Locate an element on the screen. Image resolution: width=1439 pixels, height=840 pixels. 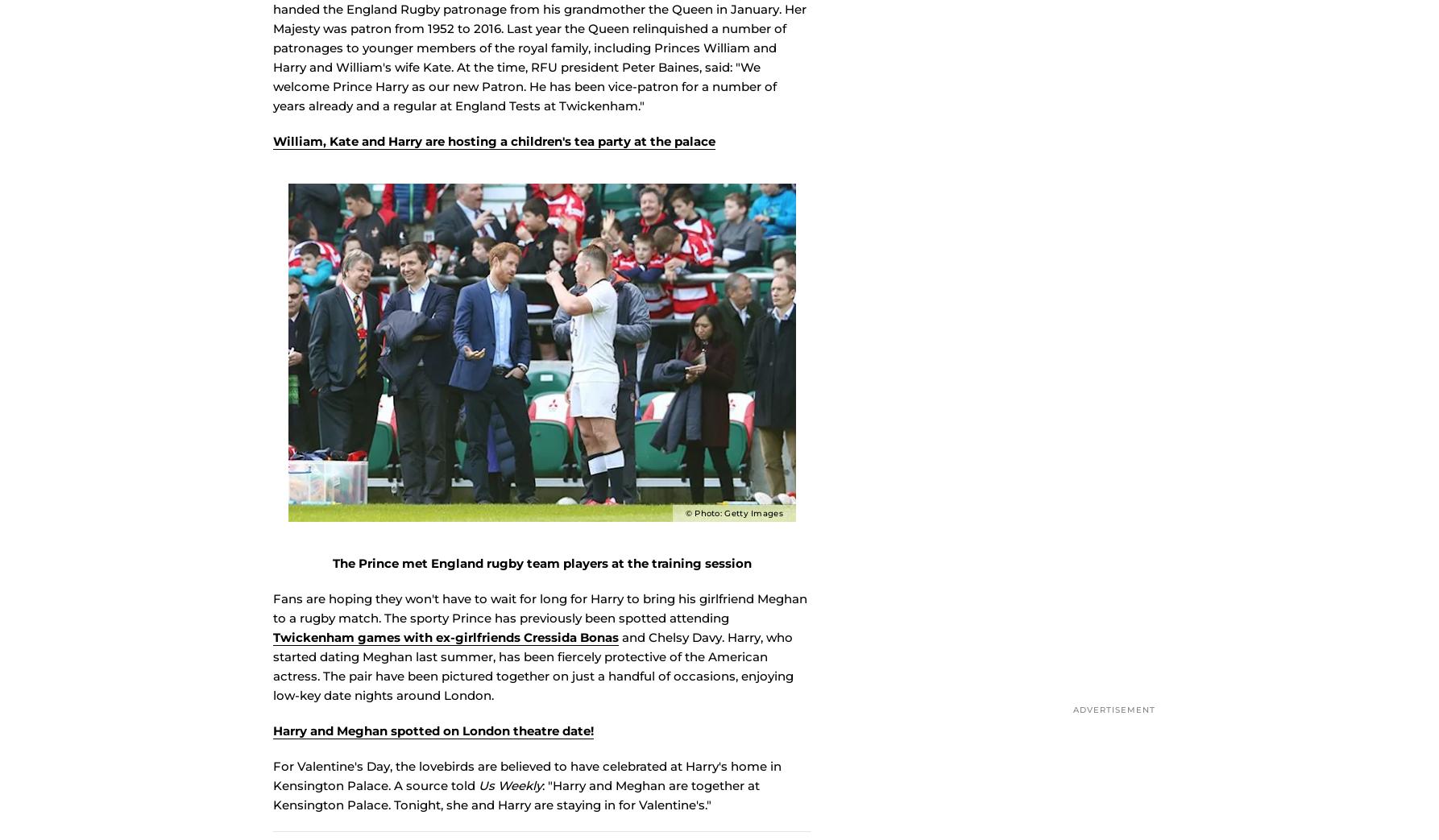
'girlfriend Meghan Markle' is located at coordinates (686, 13).